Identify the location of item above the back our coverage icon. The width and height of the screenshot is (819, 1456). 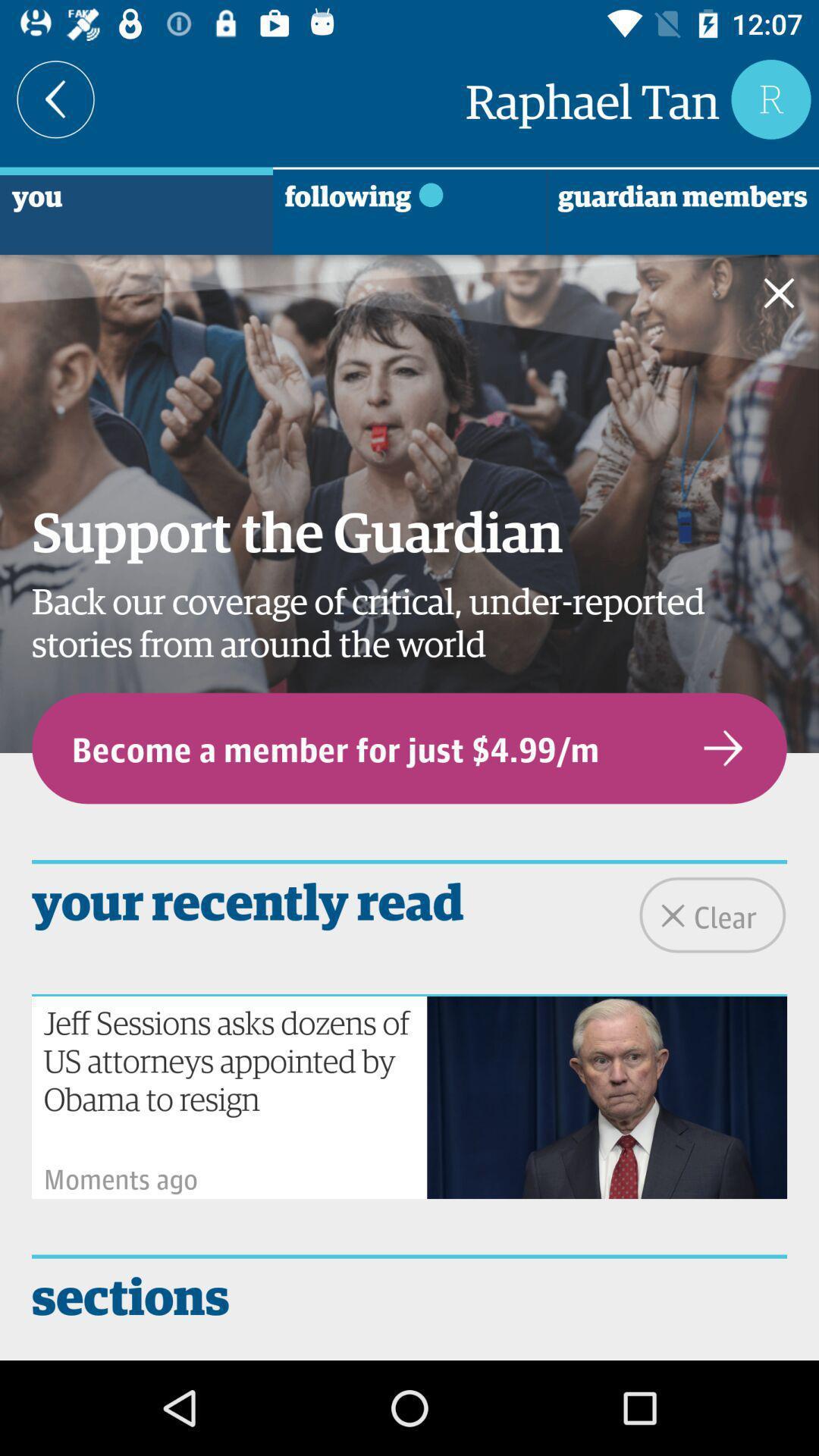
(788, 297).